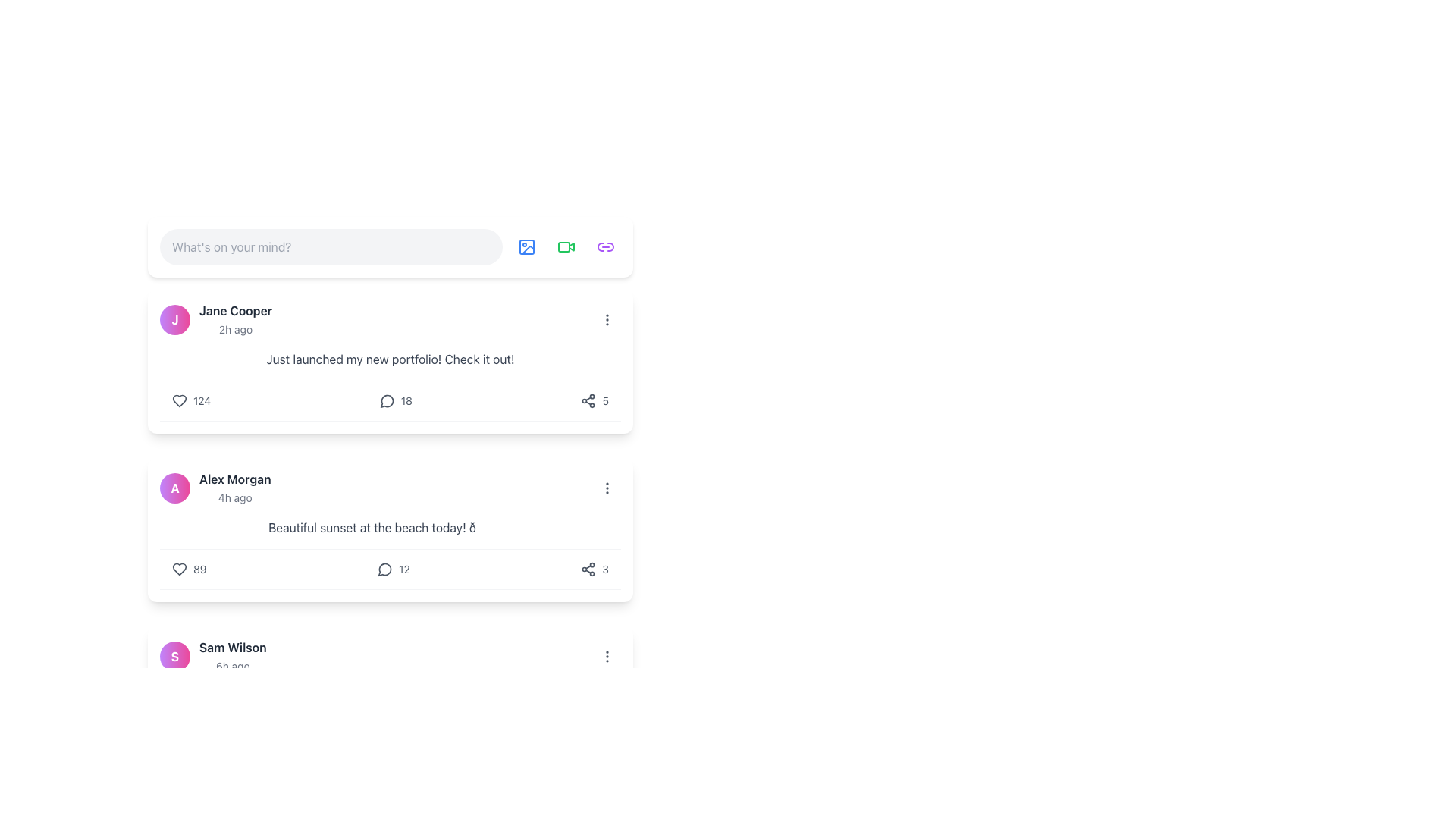 Image resolution: width=1456 pixels, height=819 pixels. Describe the element at coordinates (215, 318) in the screenshot. I see `the user name 'Jane Cooper' located at the top-left of the first post's card component` at that location.